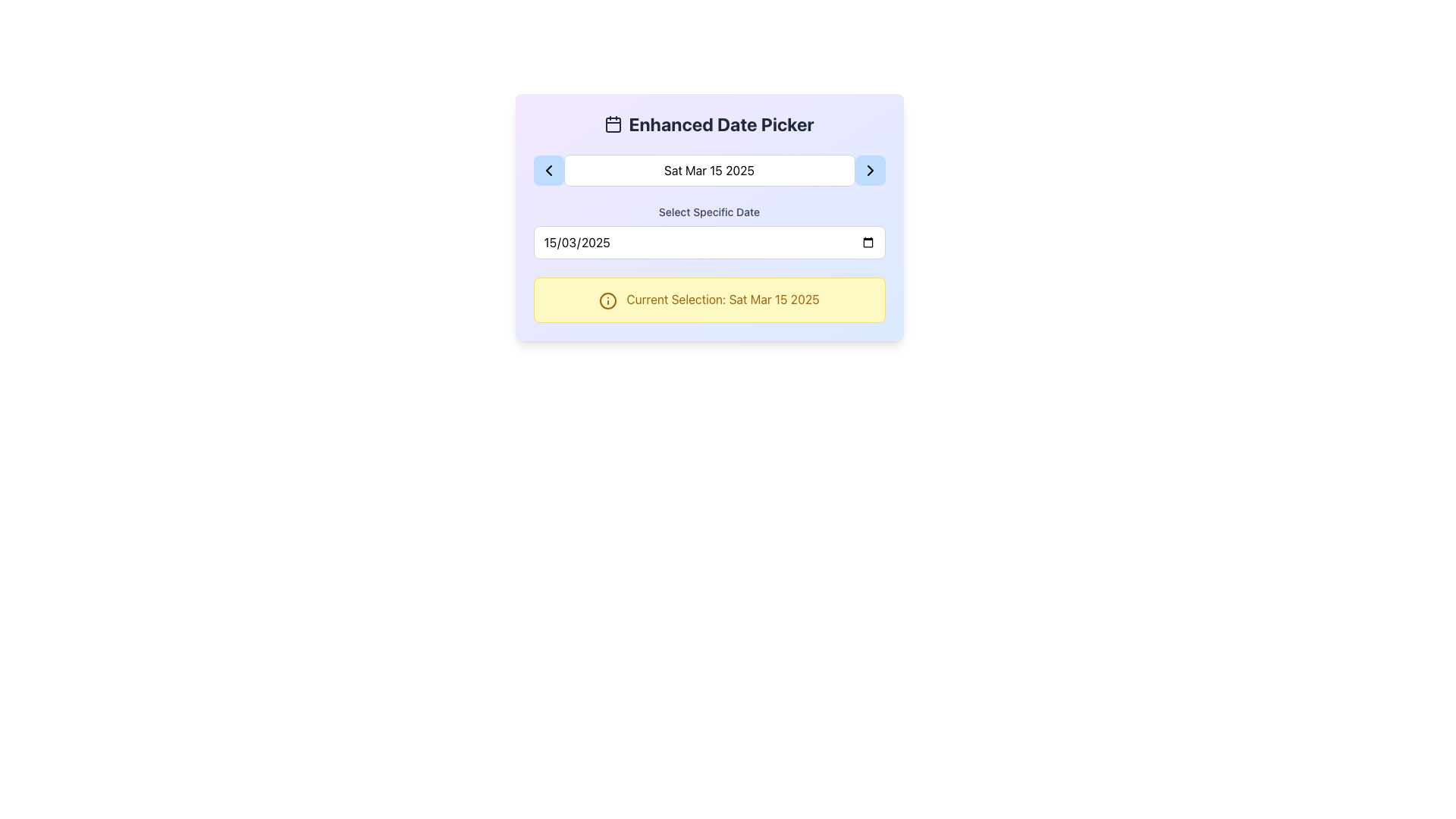 The image size is (1456, 819). What do you see at coordinates (870, 170) in the screenshot?
I see `the rightward arrow icon located inside a rounded button to the right of the date display field in the 'Enhanced Date Picker' control group` at bounding box center [870, 170].